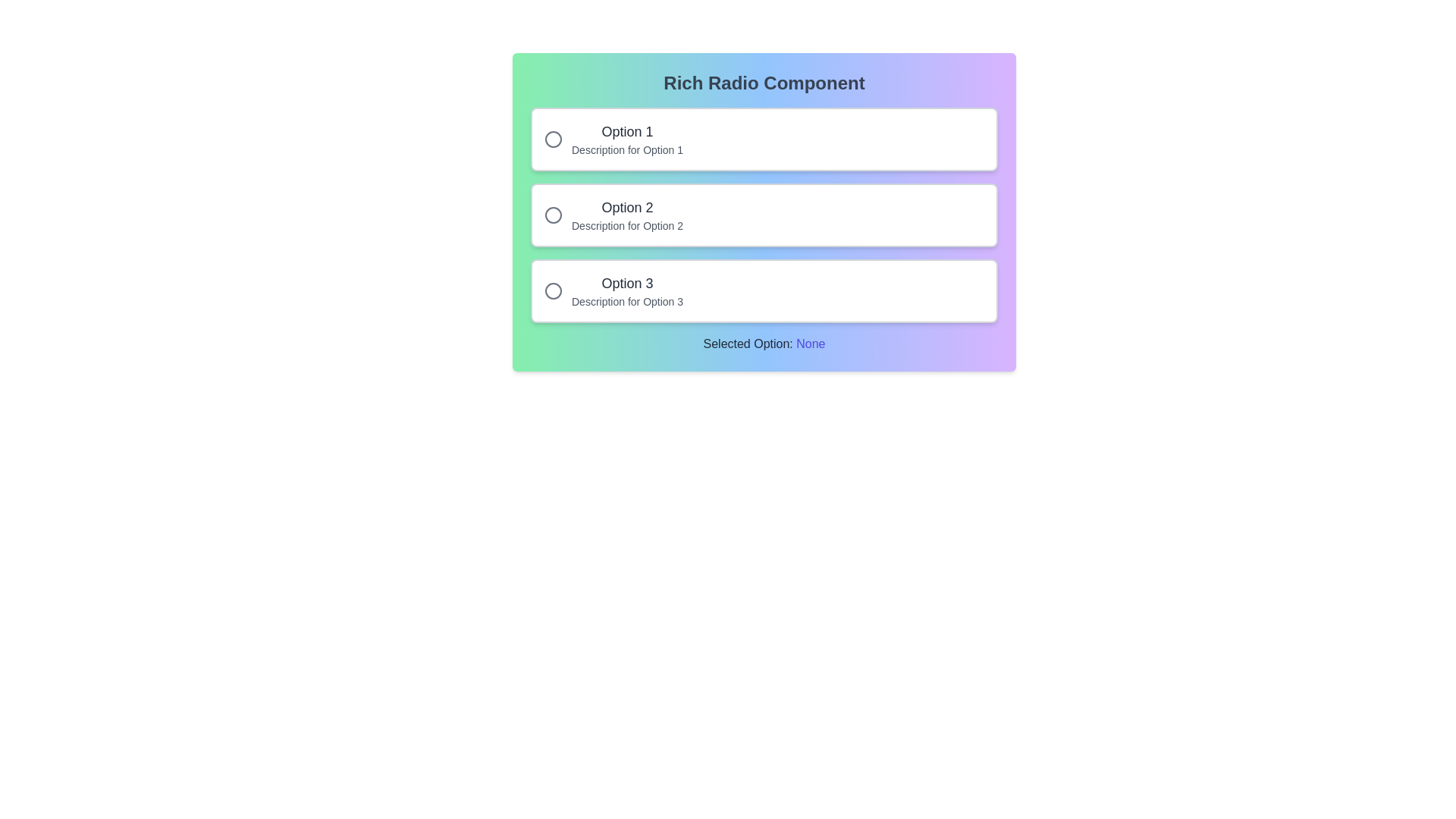  What do you see at coordinates (552, 140) in the screenshot?
I see `the radio button for 'Option 1'` at bounding box center [552, 140].